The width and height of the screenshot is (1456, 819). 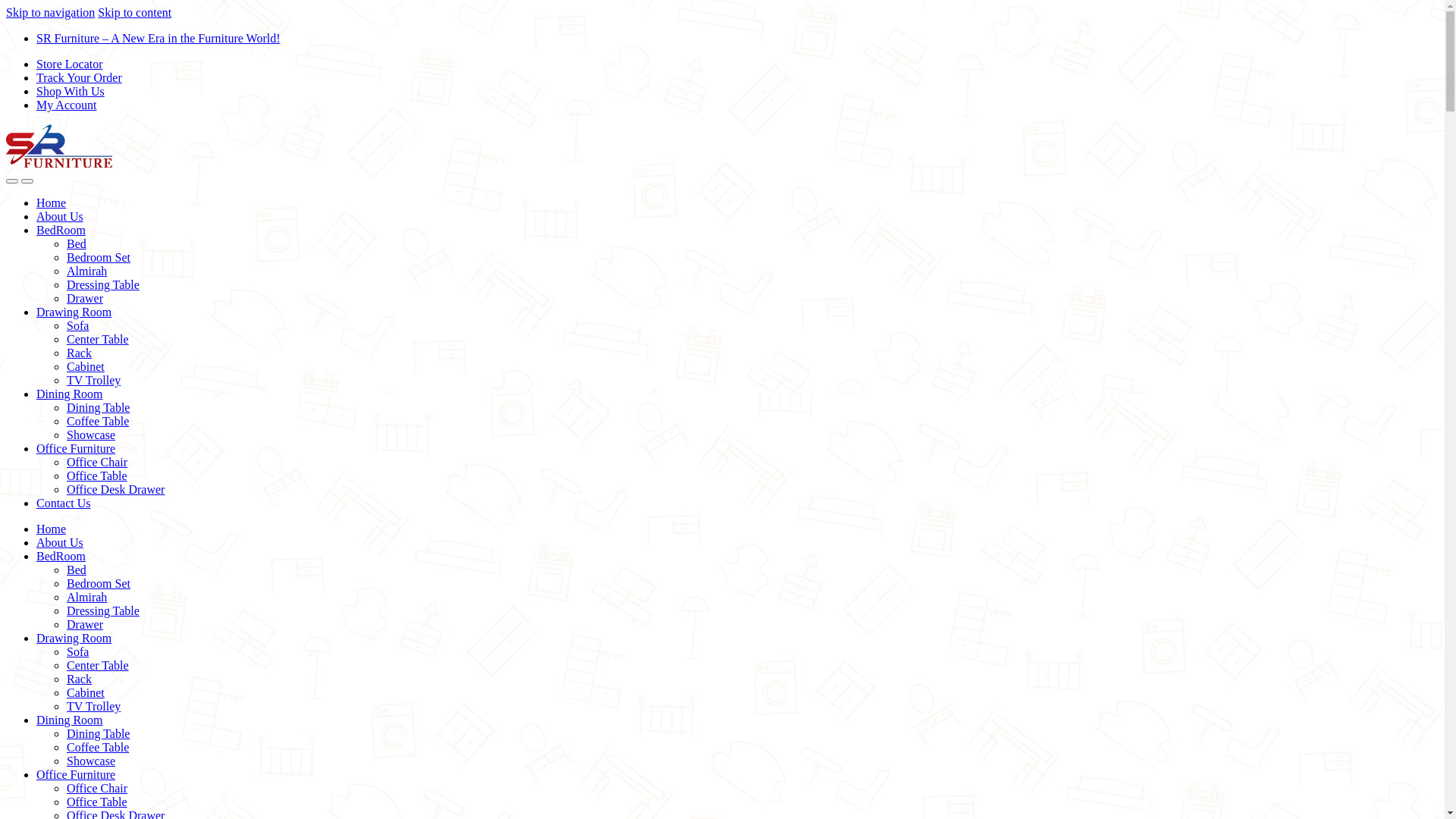 I want to click on 'Skip to content', so click(x=97, y=12).